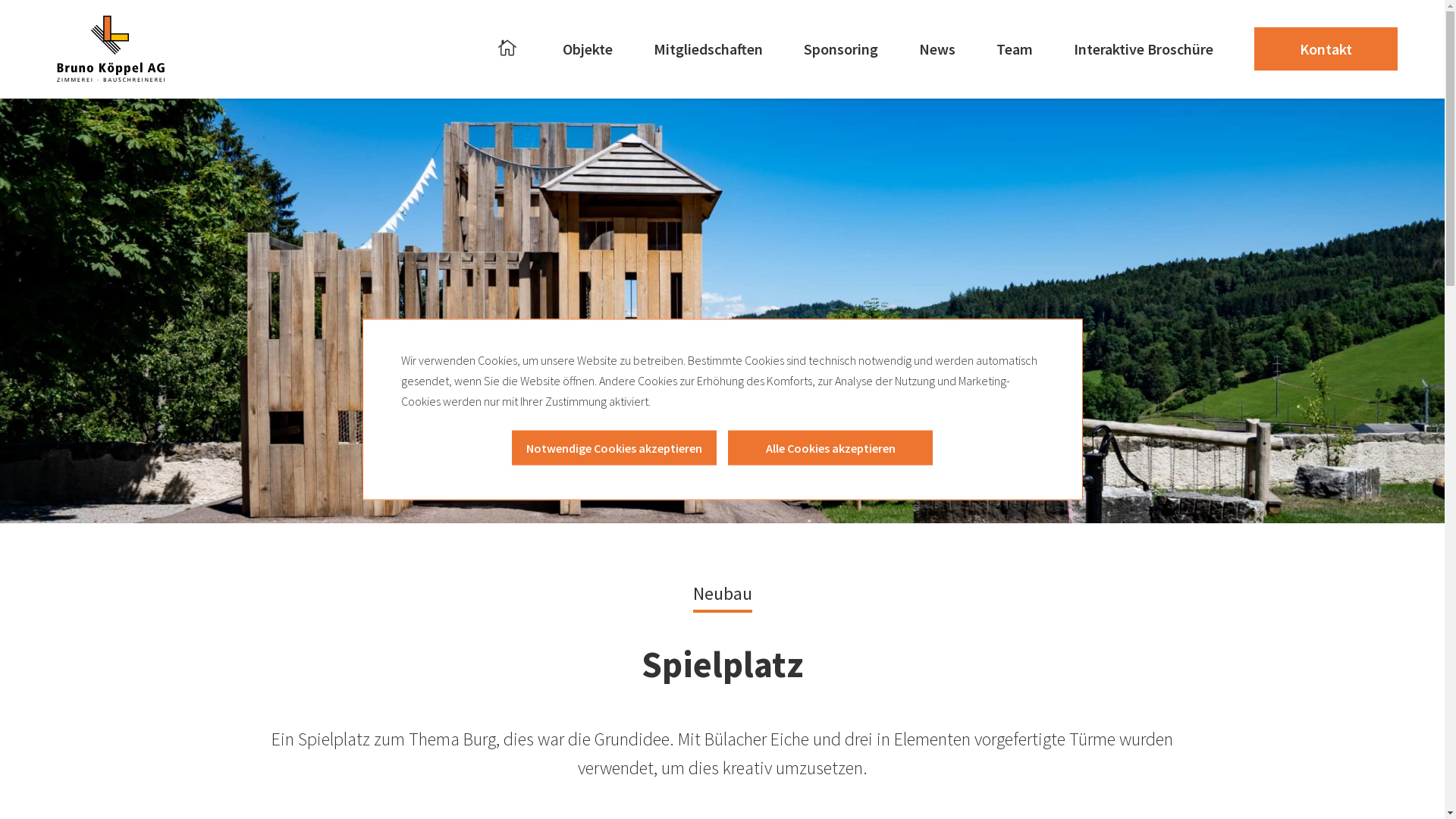 This screenshot has height=819, width=1456. What do you see at coordinates (1325, 49) in the screenshot?
I see `'Kontakt'` at bounding box center [1325, 49].